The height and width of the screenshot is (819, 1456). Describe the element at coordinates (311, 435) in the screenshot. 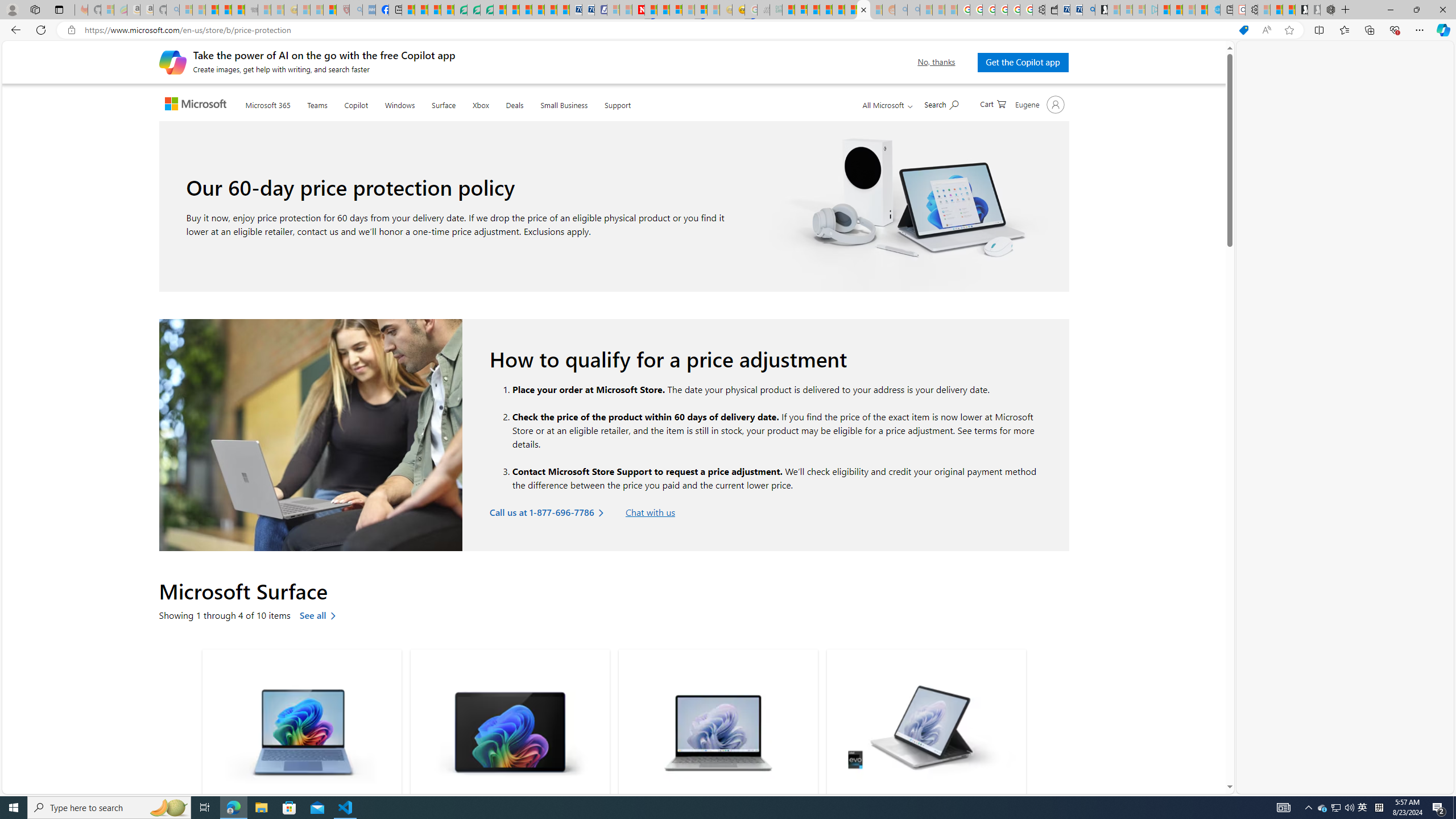

I see `'A woman looking at her Surface laptop'` at that location.